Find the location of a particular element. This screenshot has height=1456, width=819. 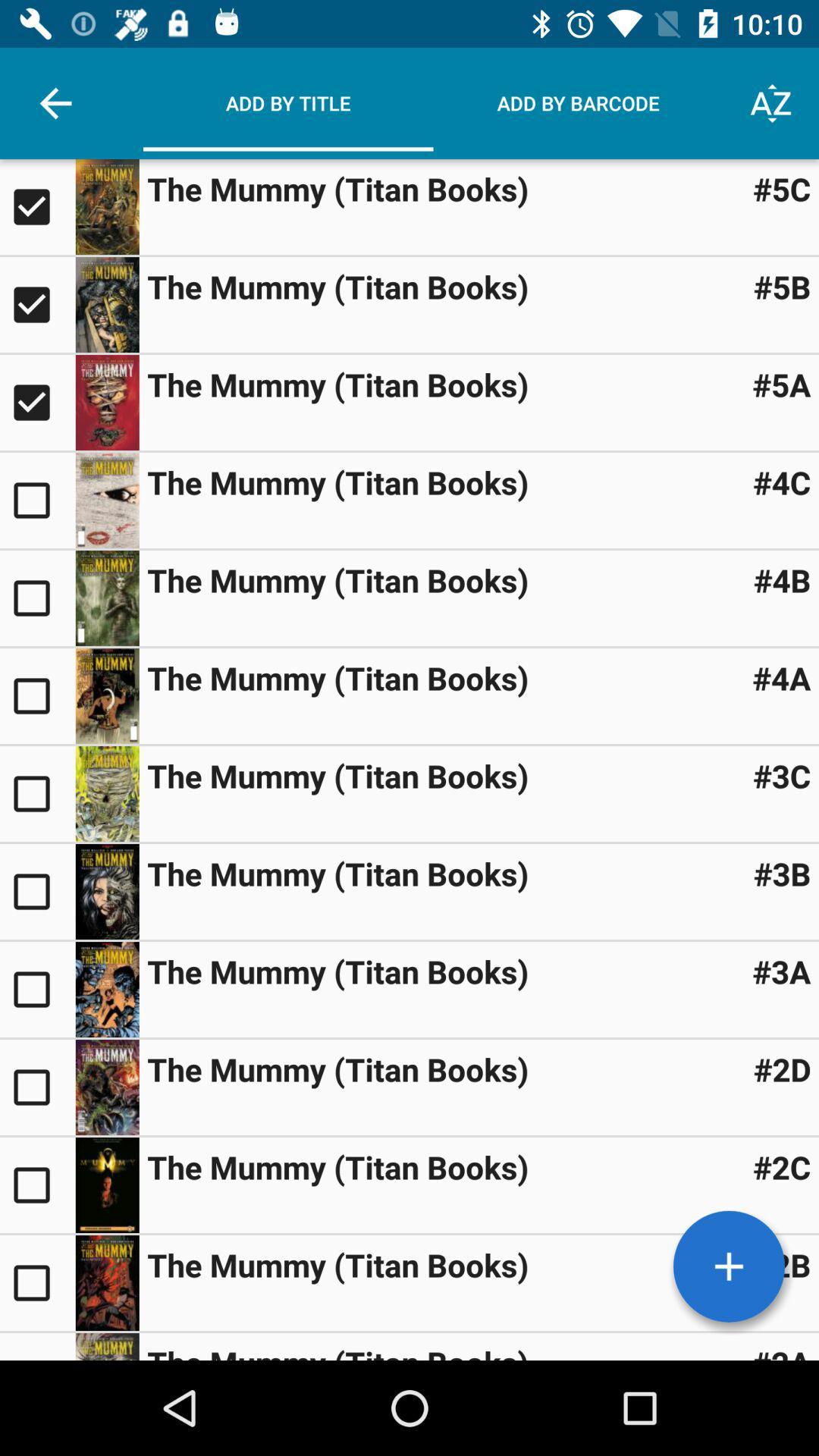

check box is located at coordinates (36, 1282).